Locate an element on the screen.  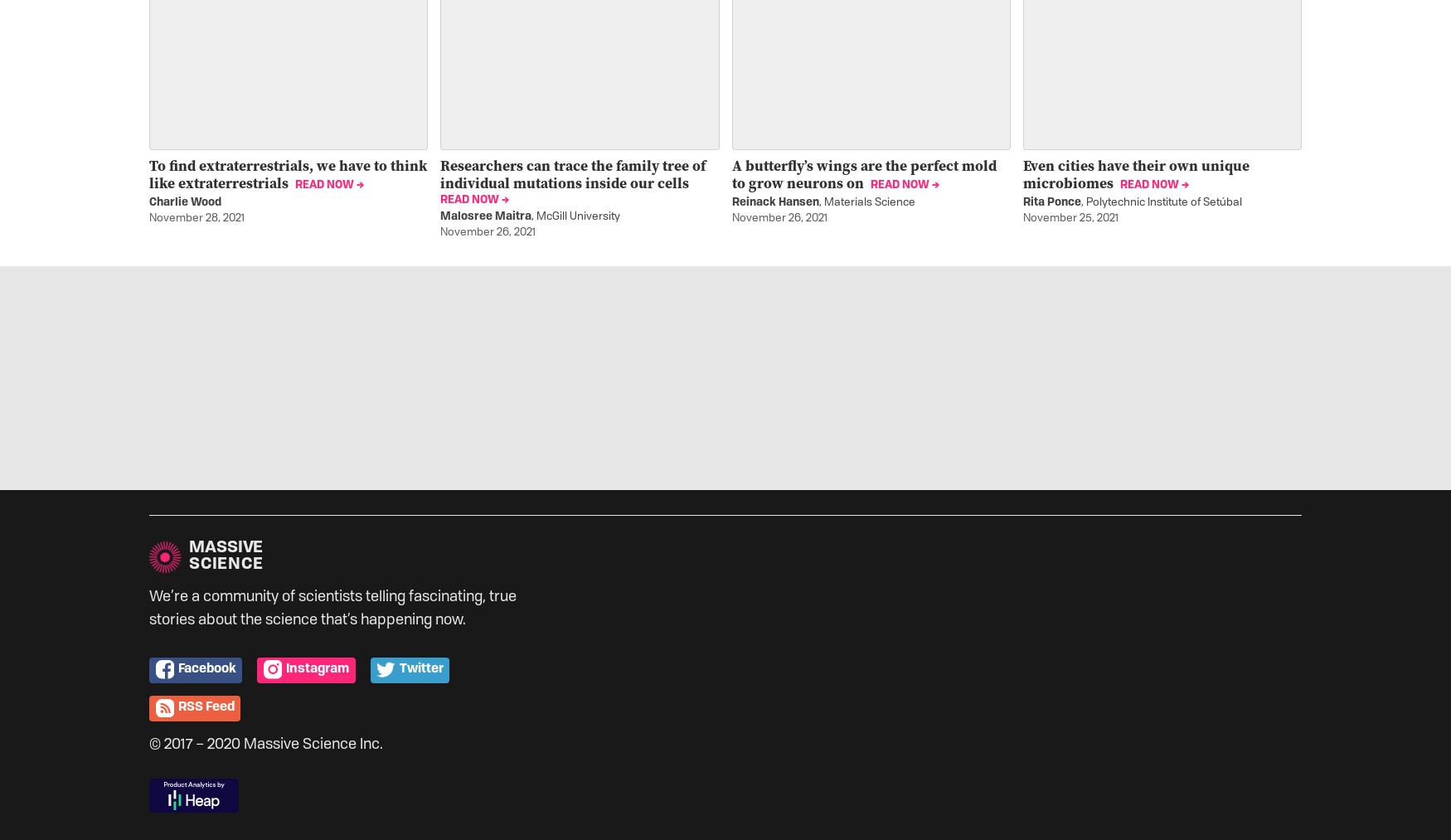
'Science' is located at coordinates (225, 563).